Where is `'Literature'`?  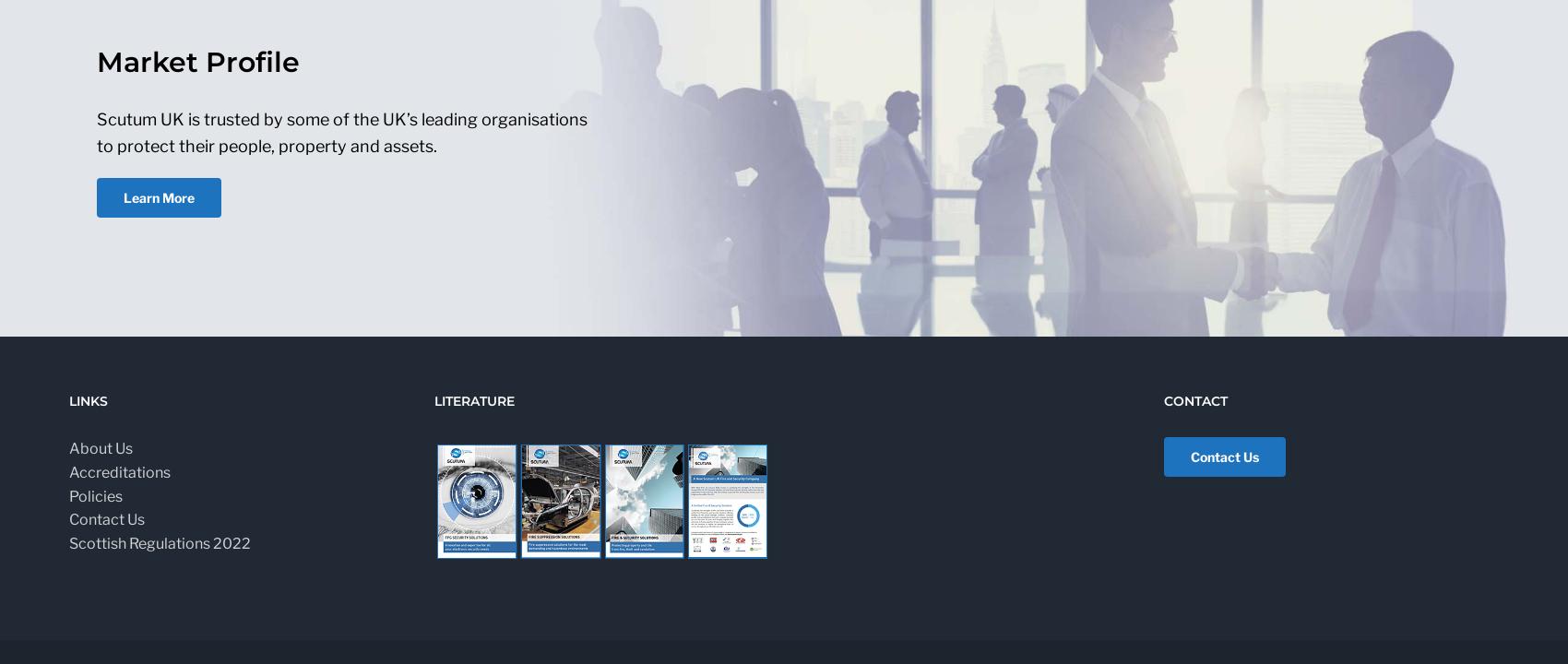 'Literature' is located at coordinates (434, 400).